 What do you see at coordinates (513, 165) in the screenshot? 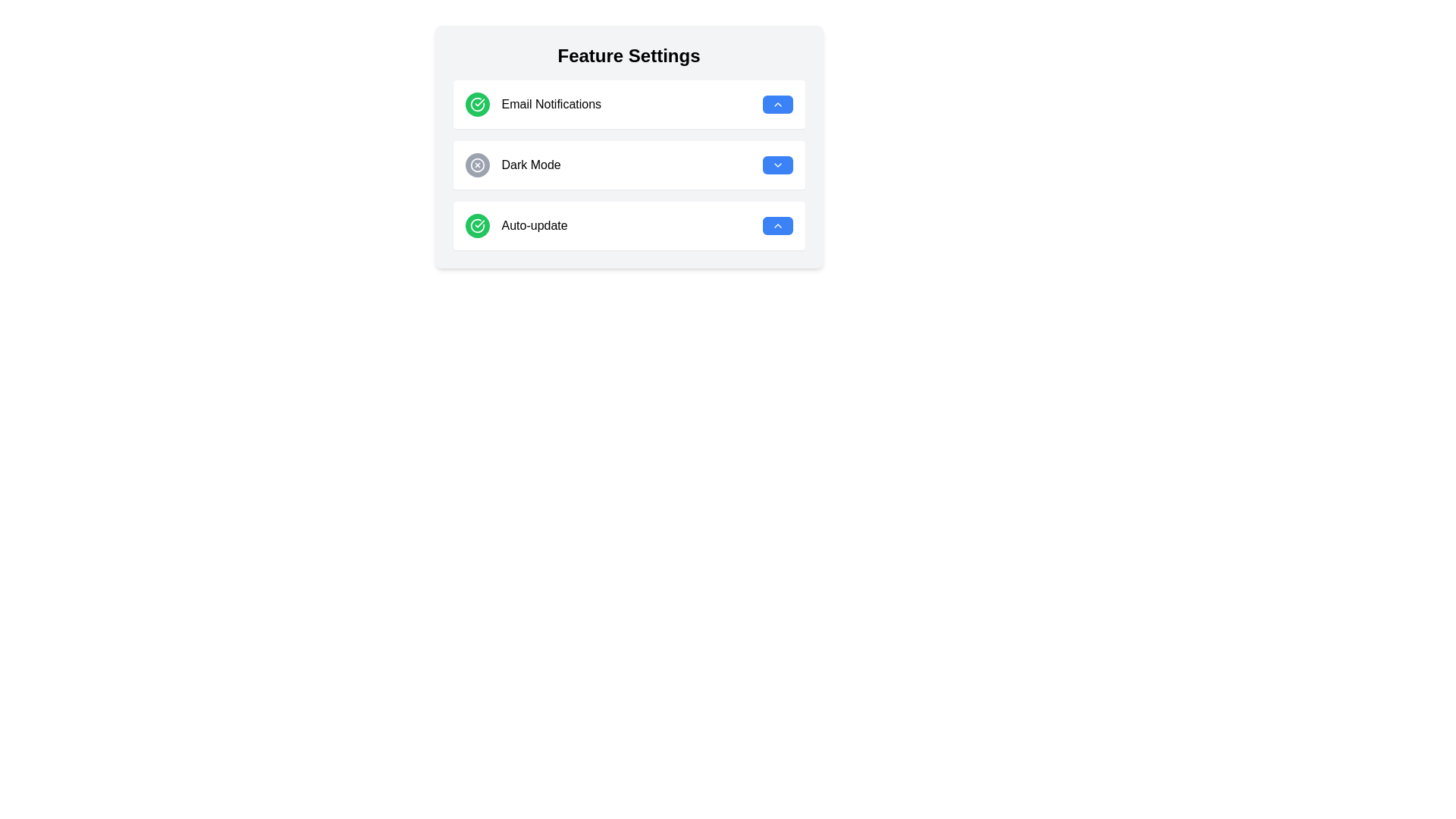
I see `the 'Dark Mode' text label that is part of the feature settings list, positioned between 'Email Notifications' and 'Auto-update'` at bounding box center [513, 165].